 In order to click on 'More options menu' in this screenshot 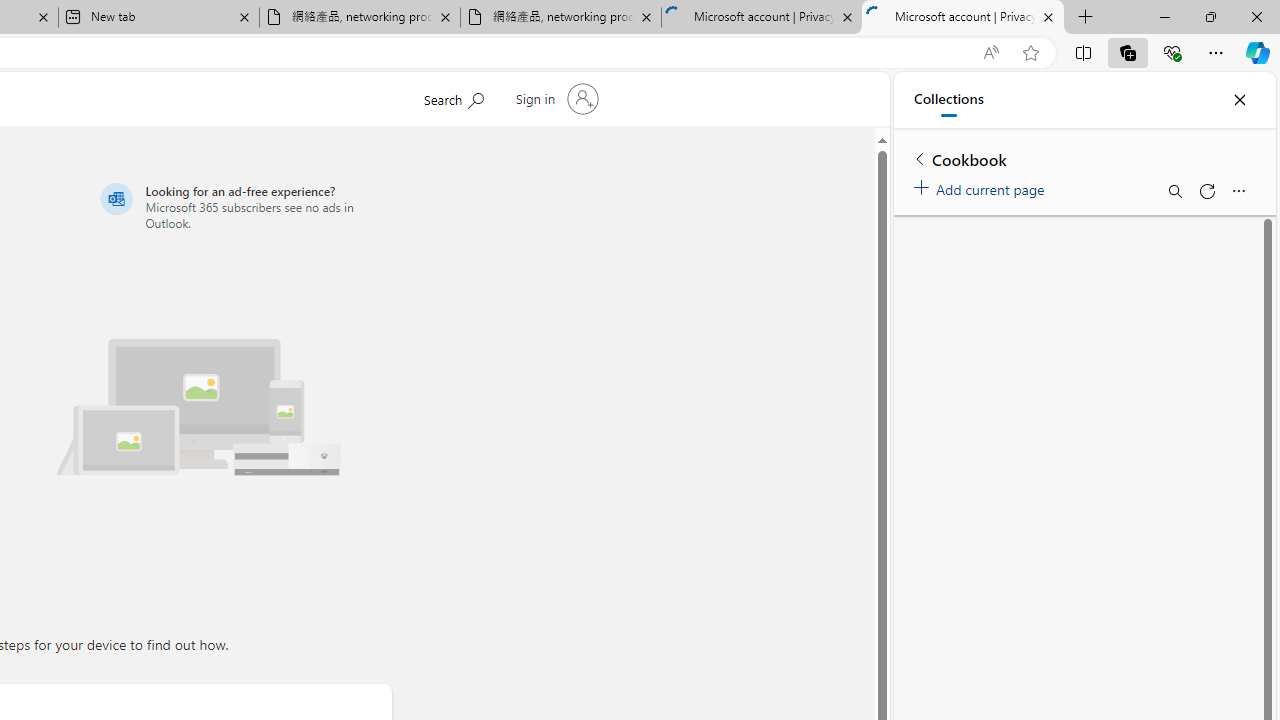, I will do `click(1237, 191)`.